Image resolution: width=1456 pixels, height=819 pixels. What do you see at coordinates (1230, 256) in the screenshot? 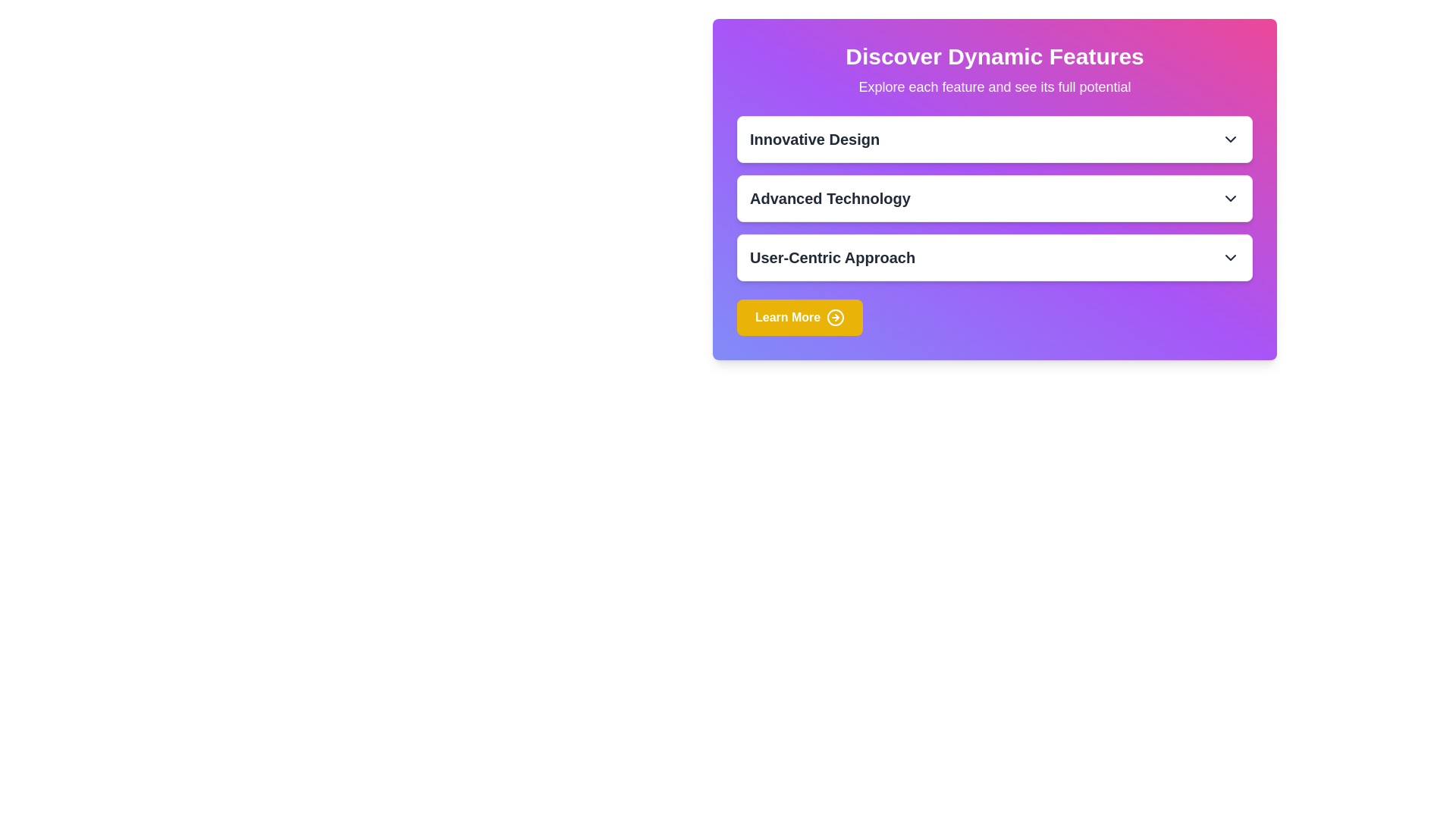
I see `the Chevron Down icon within the 'User-Centric Approach' dropdown menu` at bounding box center [1230, 256].